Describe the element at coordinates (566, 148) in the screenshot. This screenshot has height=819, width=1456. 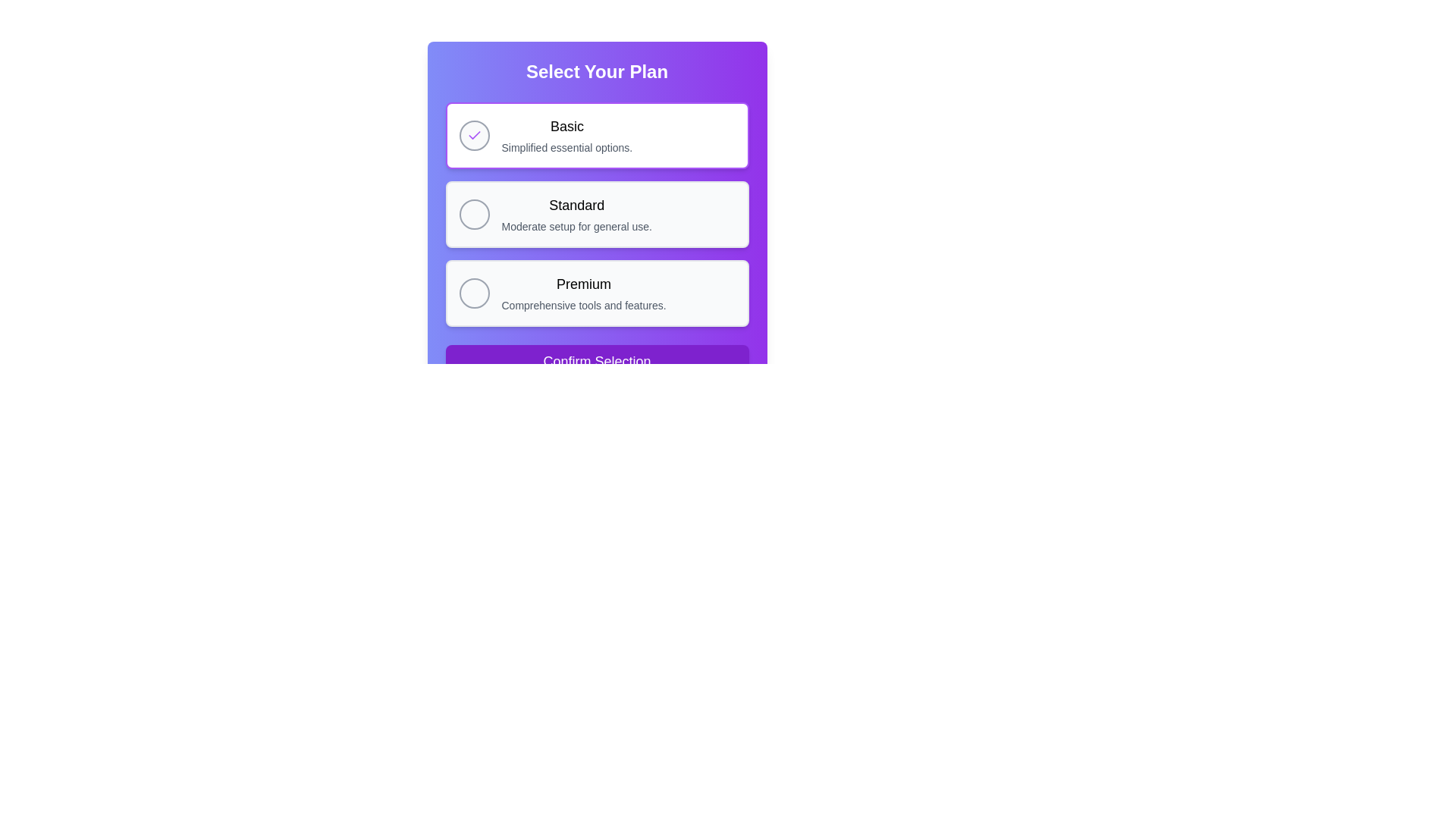
I see `supplementary text element located beneath the 'Basic' heading in the vertical arrangement on the purple background interface` at that location.